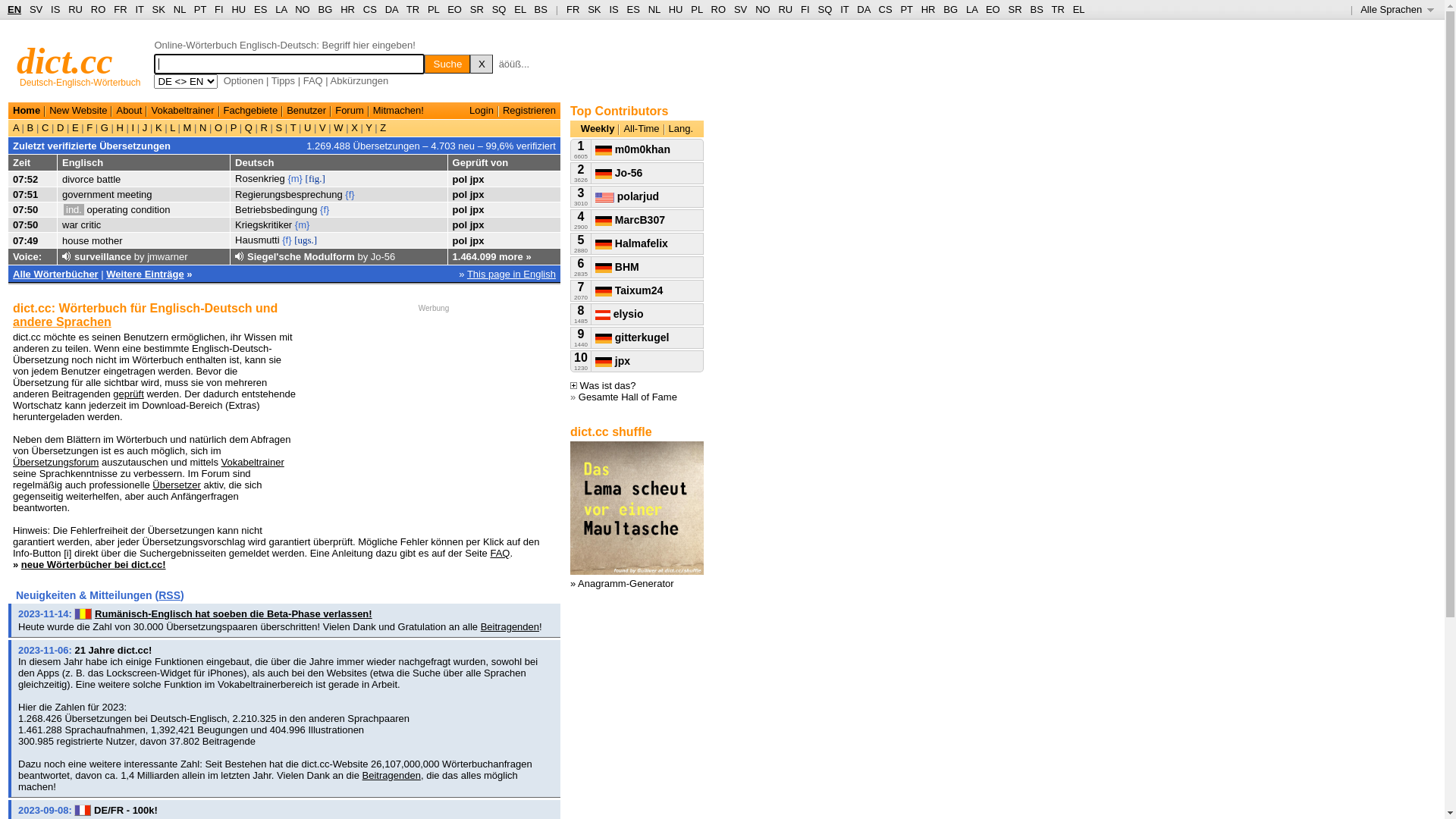 This screenshot has width=1456, height=819. Describe the element at coordinates (675, 9) in the screenshot. I see `'HU'` at that location.